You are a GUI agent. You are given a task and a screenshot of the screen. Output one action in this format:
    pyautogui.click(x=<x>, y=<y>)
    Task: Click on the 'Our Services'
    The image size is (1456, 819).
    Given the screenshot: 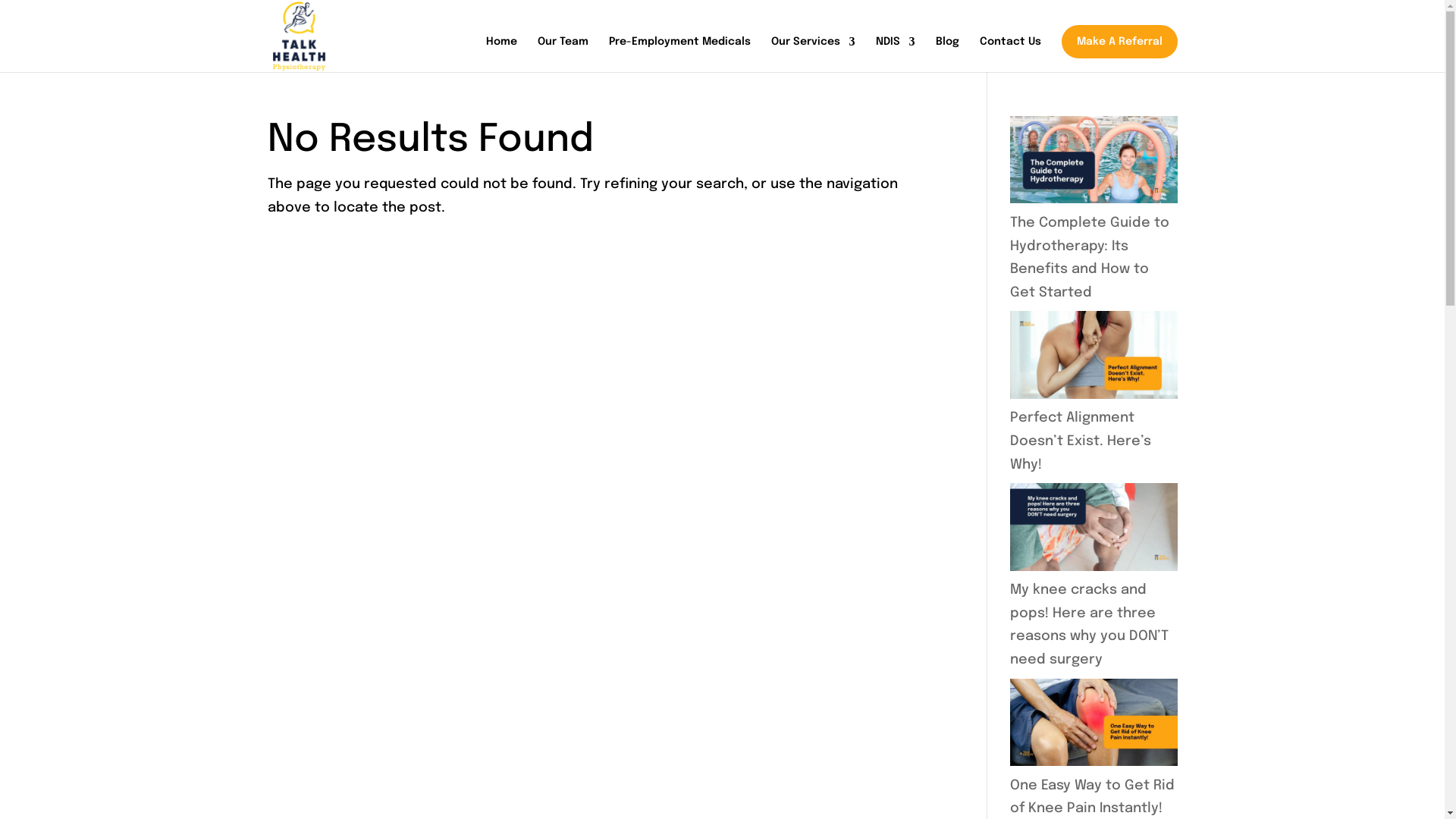 What is the action you would take?
    pyautogui.click(x=811, y=53)
    